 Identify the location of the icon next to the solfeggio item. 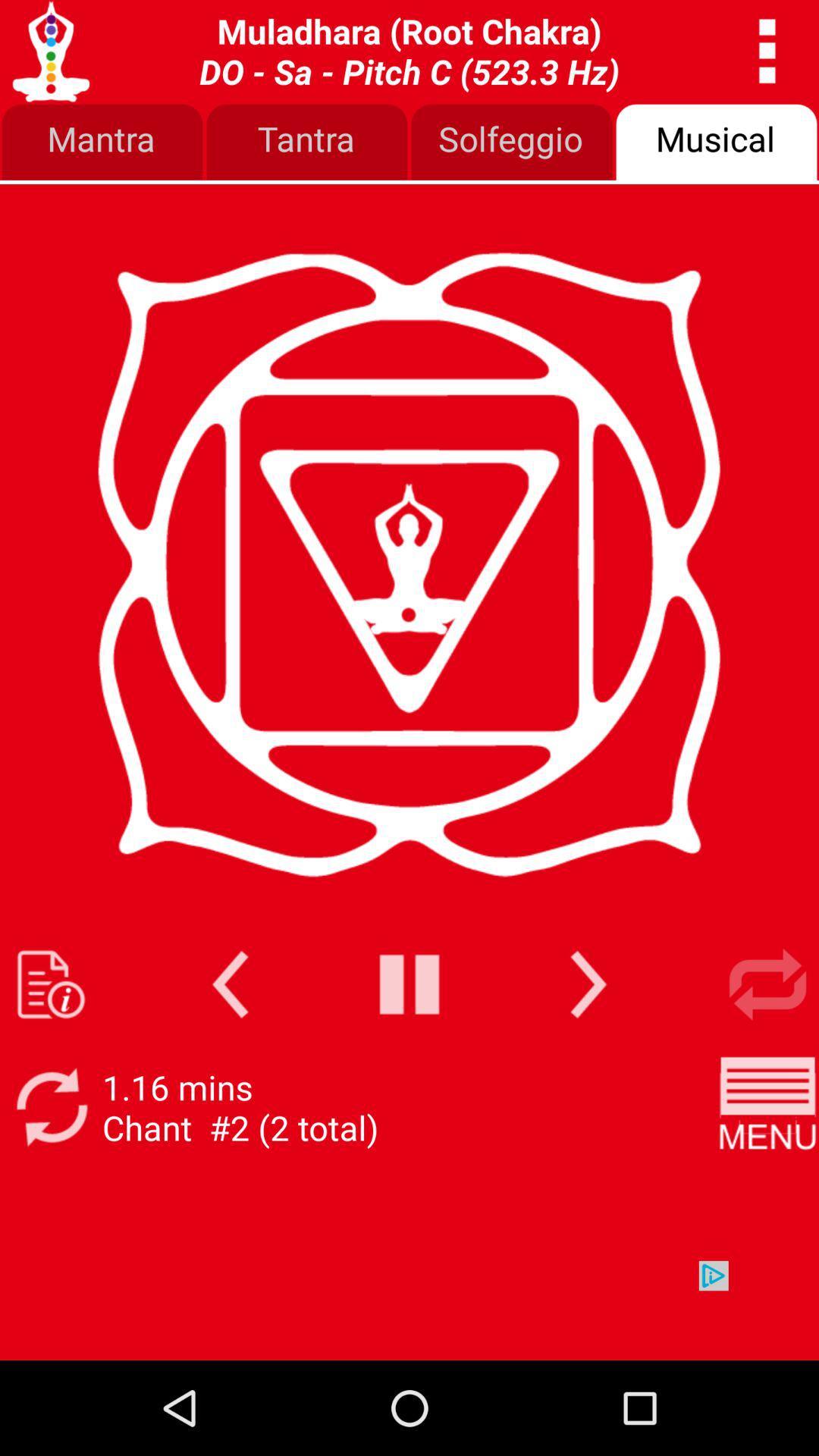
(717, 143).